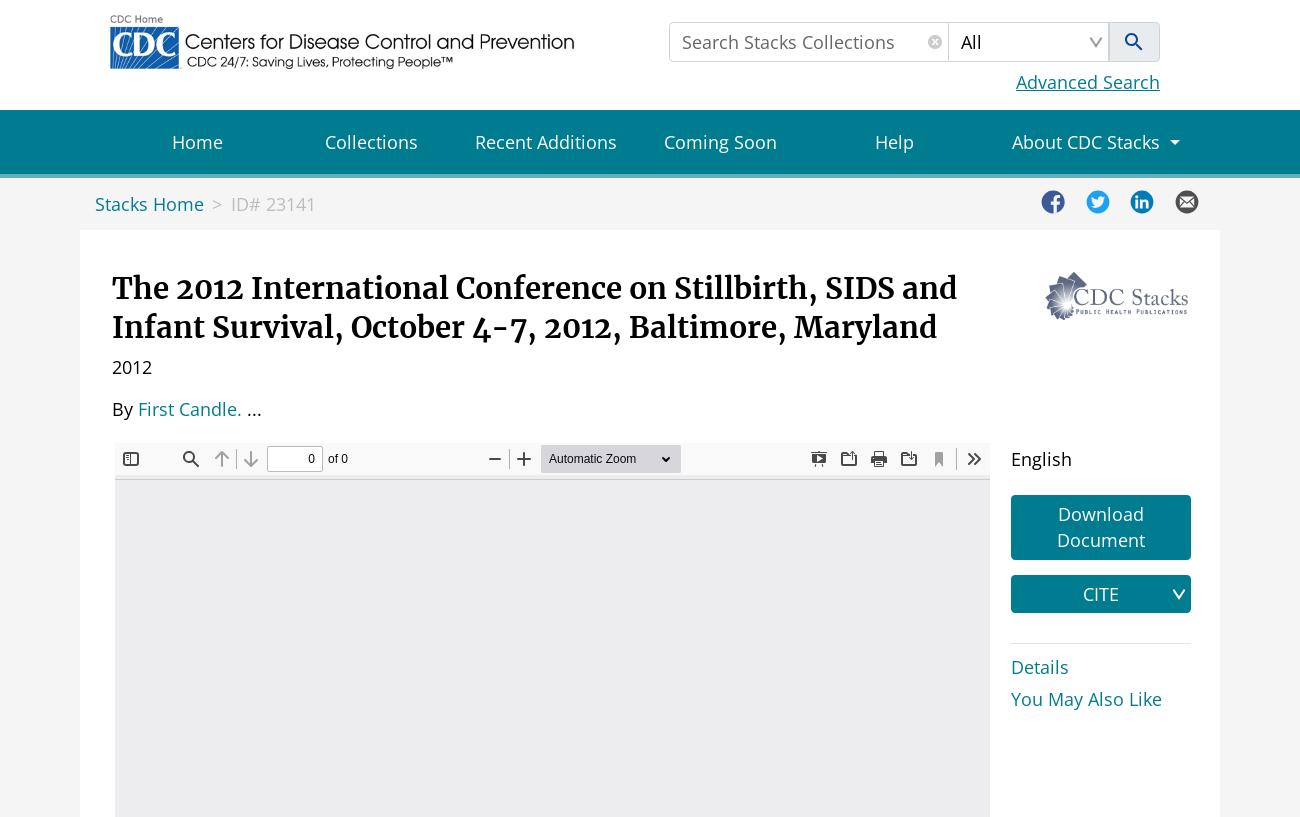 This screenshot has height=817, width=1300. Describe the element at coordinates (1099, 592) in the screenshot. I see `'CITE'` at that location.